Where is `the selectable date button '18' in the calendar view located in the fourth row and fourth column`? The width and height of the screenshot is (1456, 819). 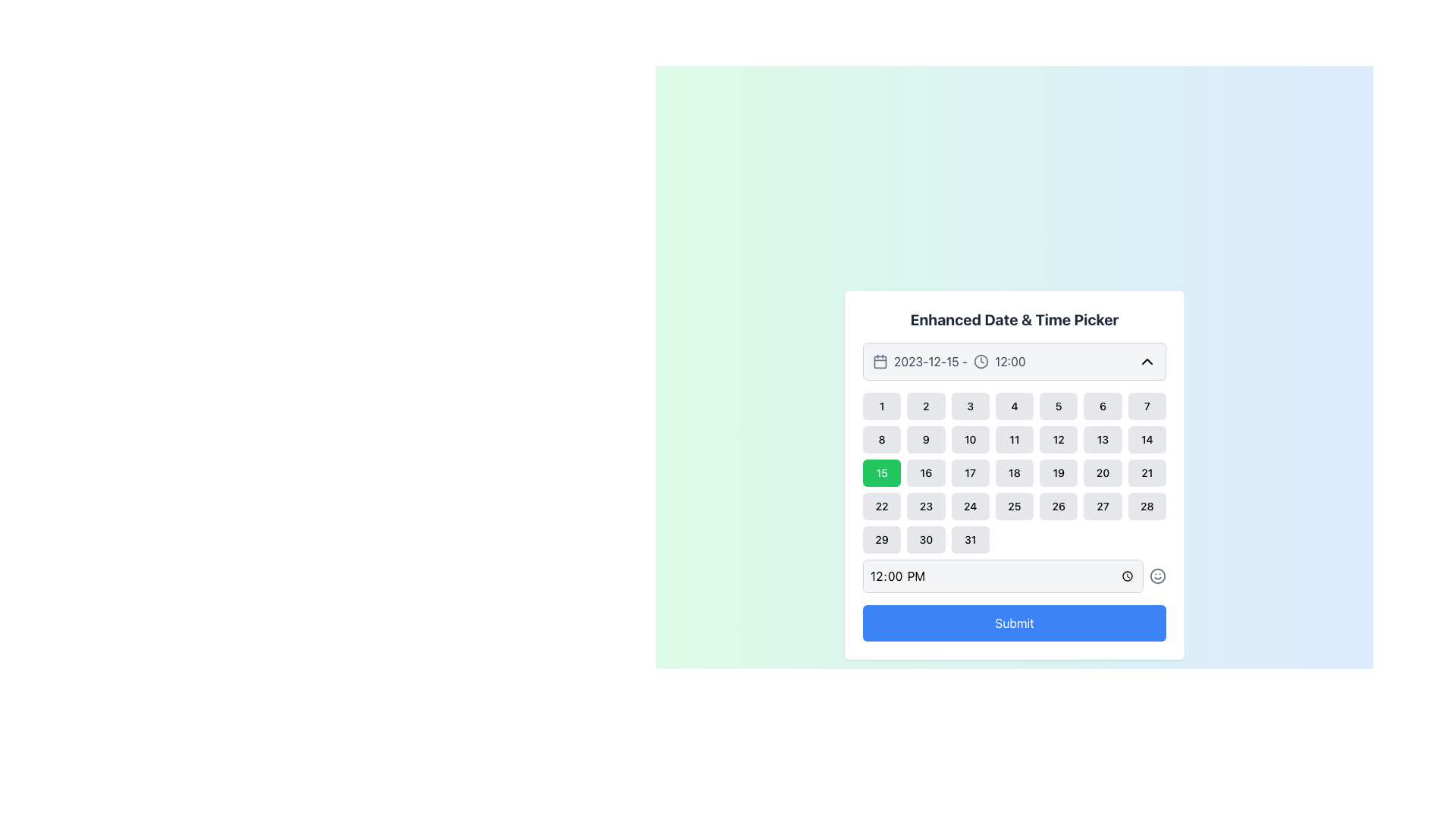
the selectable date button '18' in the calendar view located in the fourth row and fourth column is located at coordinates (1015, 472).